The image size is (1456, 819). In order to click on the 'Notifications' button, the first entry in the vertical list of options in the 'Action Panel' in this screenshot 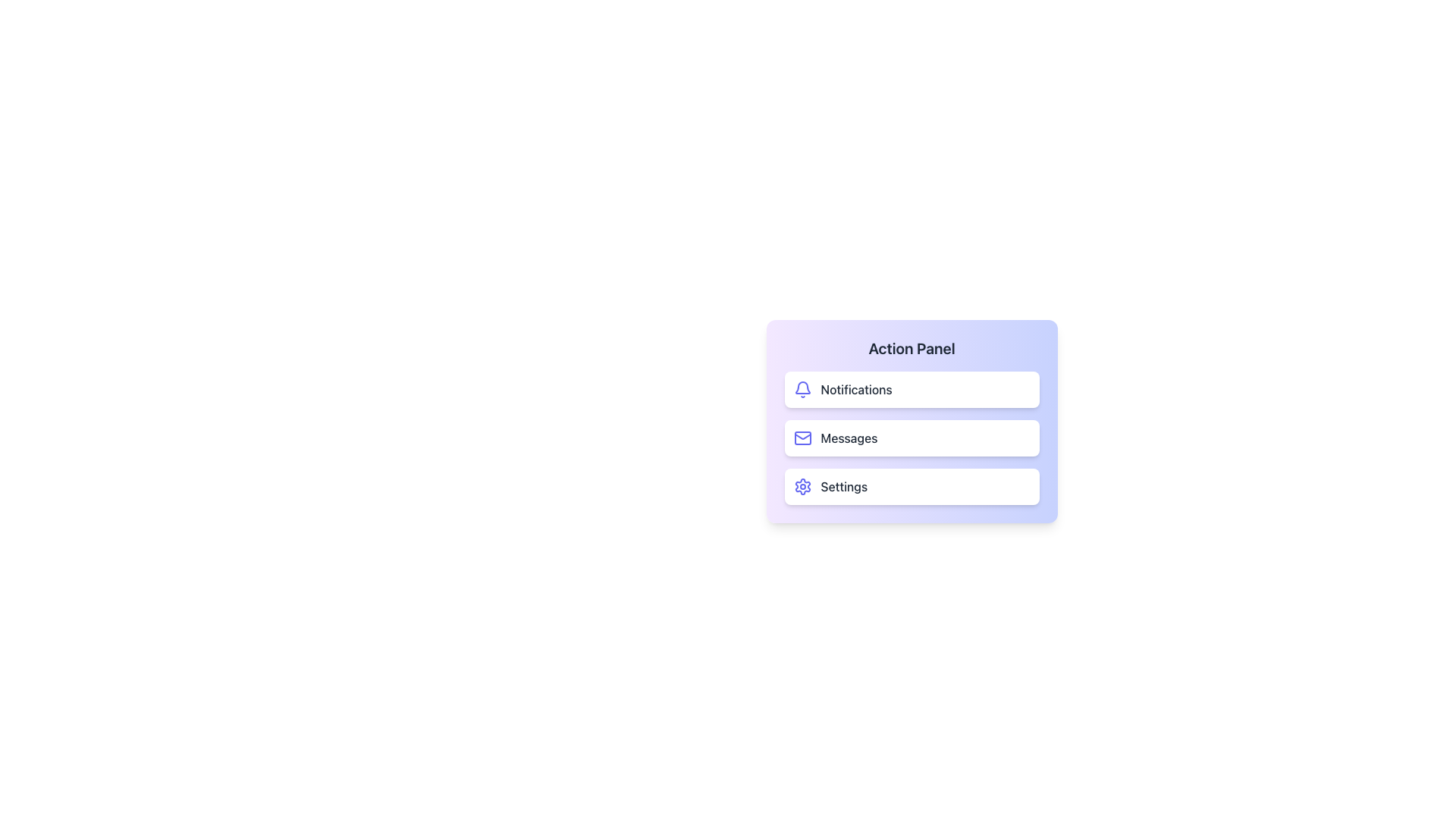, I will do `click(911, 388)`.